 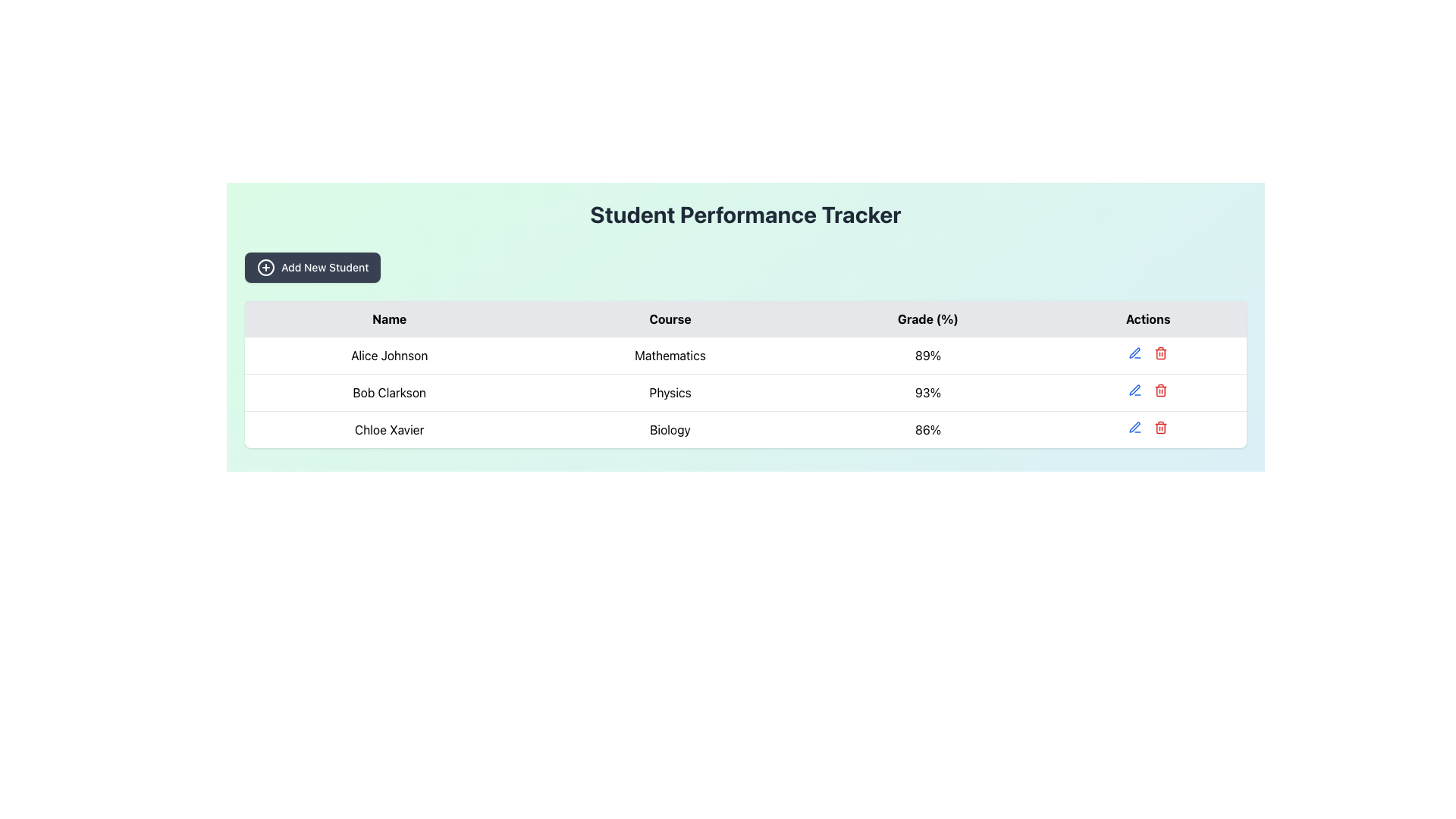 What do you see at coordinates (389, 318) in the screenshot?
I see `the 'Name' column header cell in the table by moving the mouse to its center point` at bounding box center [389, 318].